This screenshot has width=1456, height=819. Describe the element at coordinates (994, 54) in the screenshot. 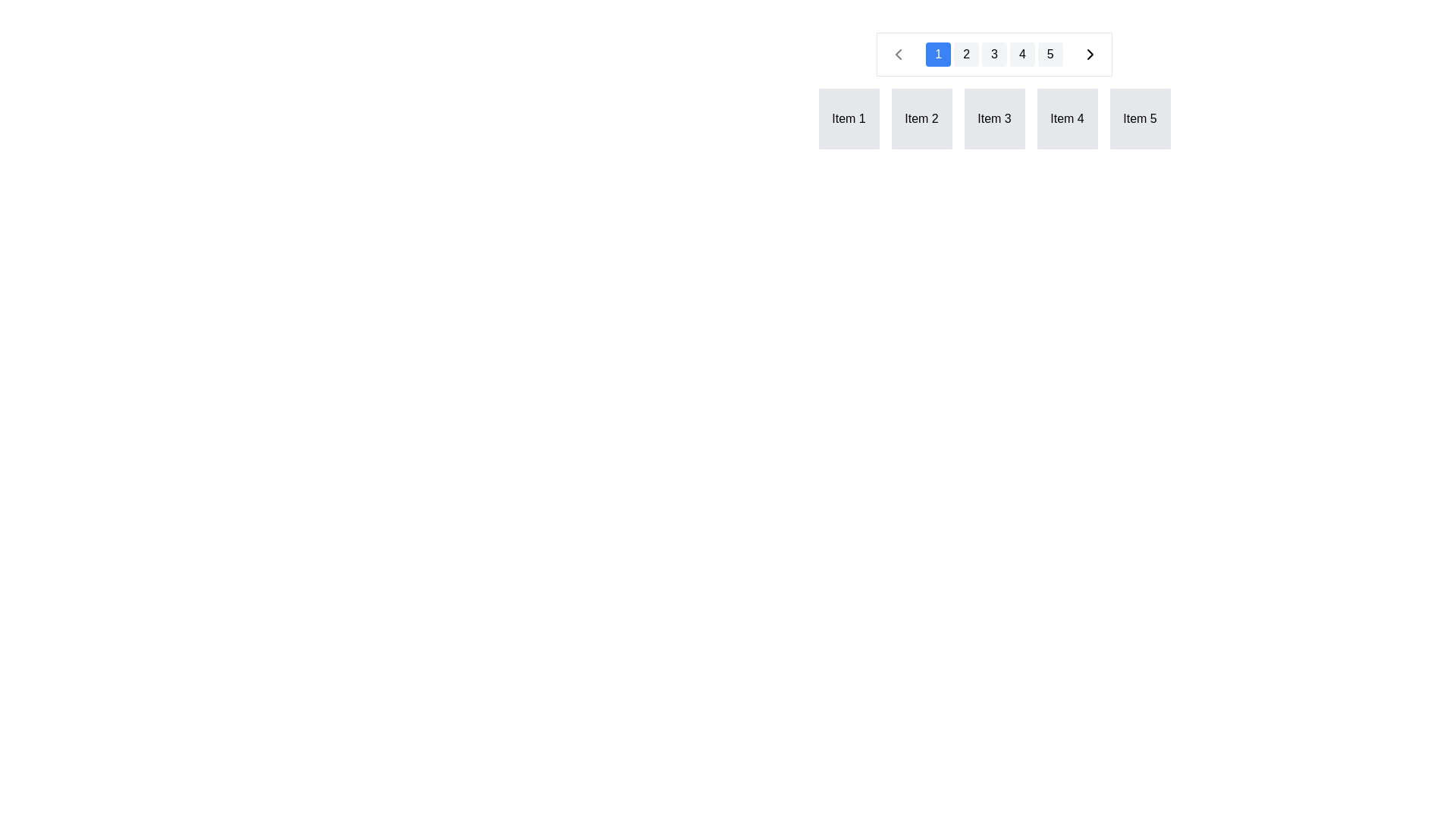

I see `the third button in a group of five buttons` at that location.